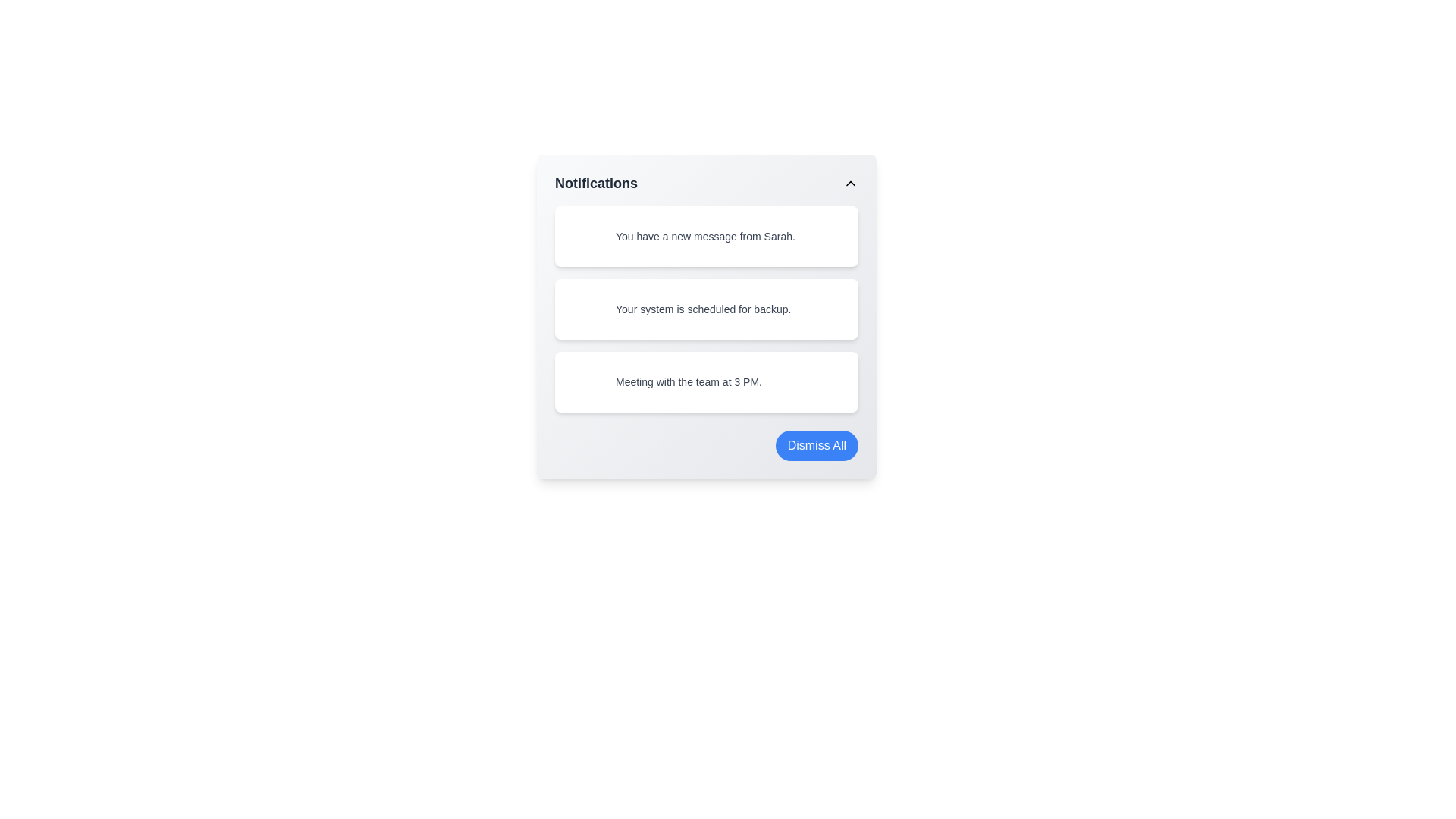 The image size is (1456, 819). I want to click on the first notification card in the Notifications window that alerts the user to a new message from 'Sarah.', so click(705, 237).